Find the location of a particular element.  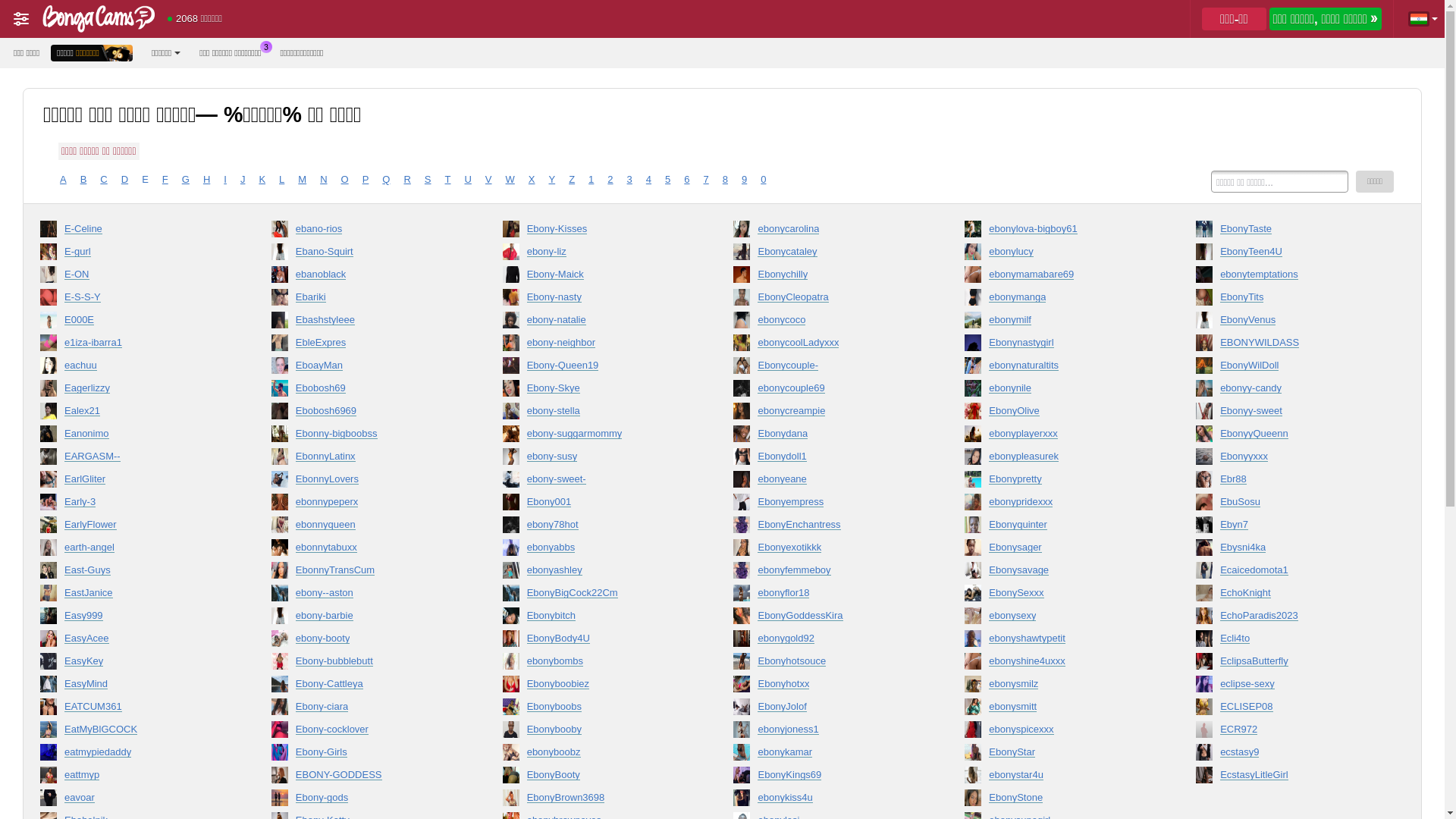

'EastJanice' is located at coordinates (134, 595).